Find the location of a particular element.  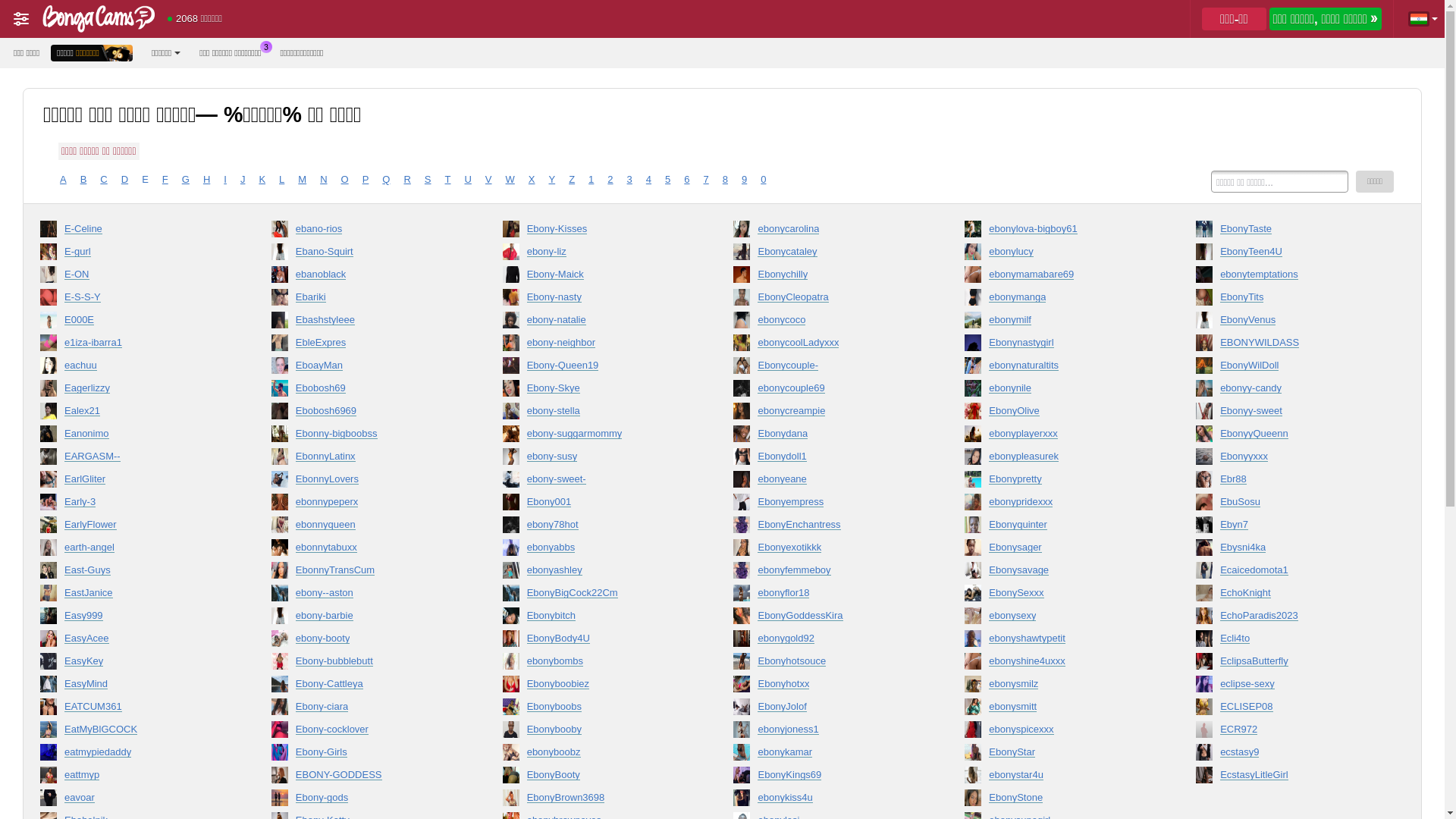

'EastJanice' is located at coordinates (134, 595).